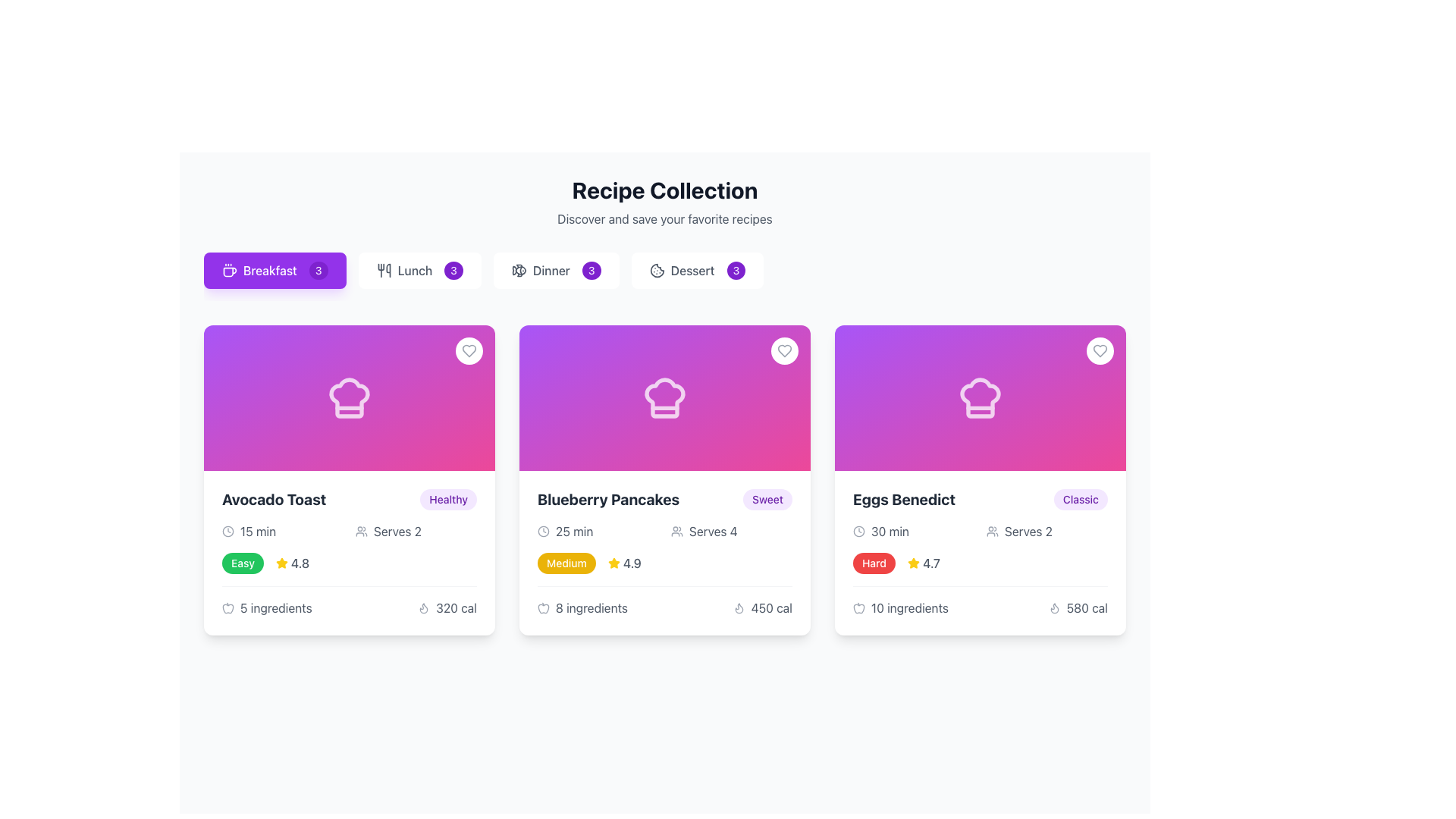  What do you see at coordinates (447, 500) in the screenshot?
I see `the category label for 'Avocado Toast'` at bounding box center [447, 500].